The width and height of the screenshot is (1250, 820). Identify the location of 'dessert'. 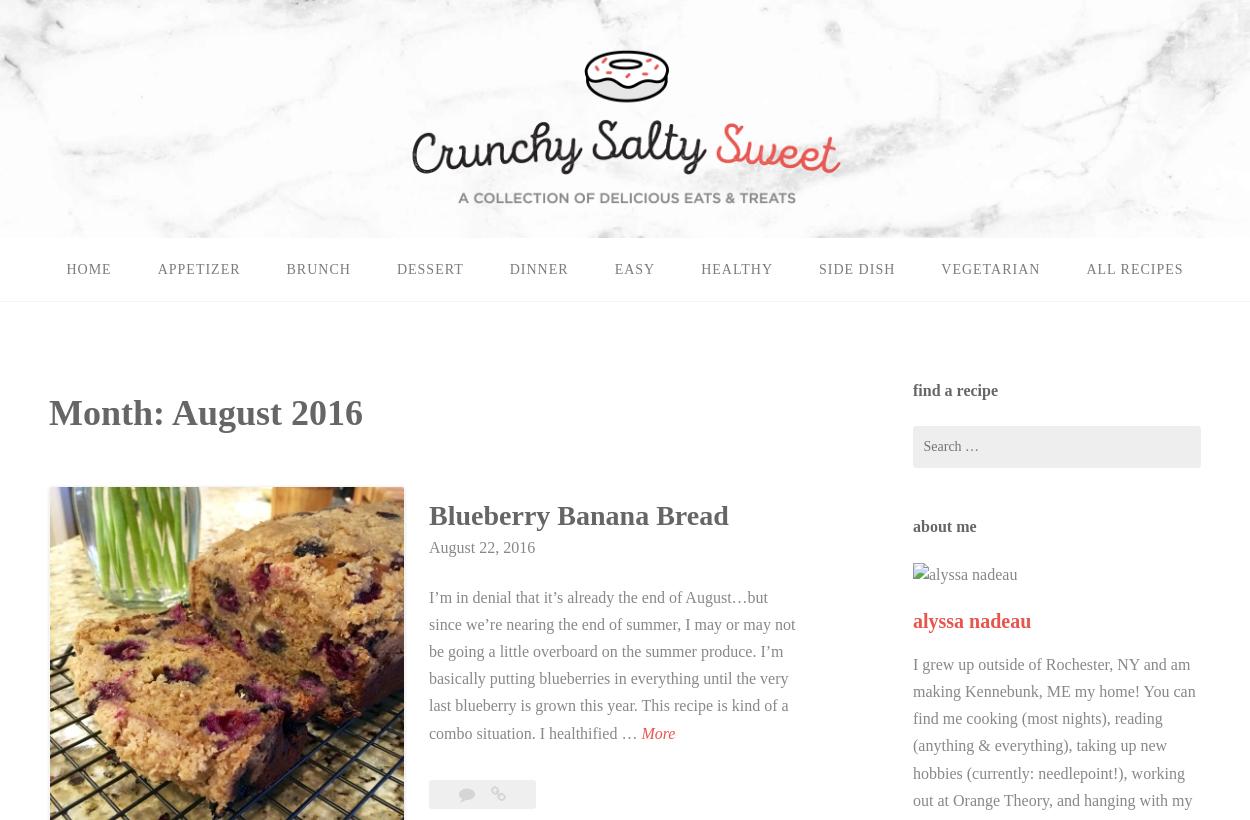
(429, 269).